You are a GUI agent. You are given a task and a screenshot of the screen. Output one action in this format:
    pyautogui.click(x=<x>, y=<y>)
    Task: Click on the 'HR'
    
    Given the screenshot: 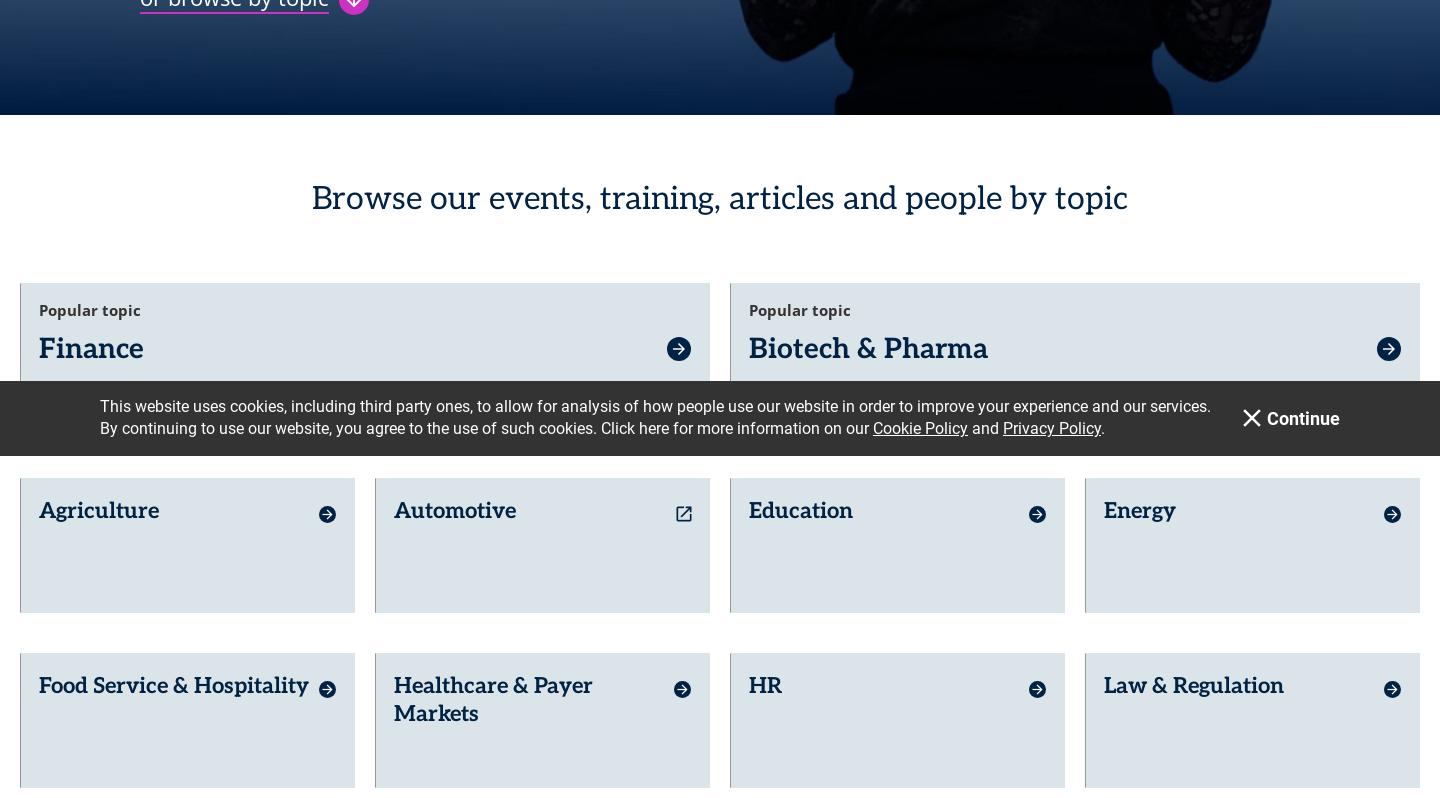 What is the action you would take?
    pyautogui.click(x=764, y=671)
    